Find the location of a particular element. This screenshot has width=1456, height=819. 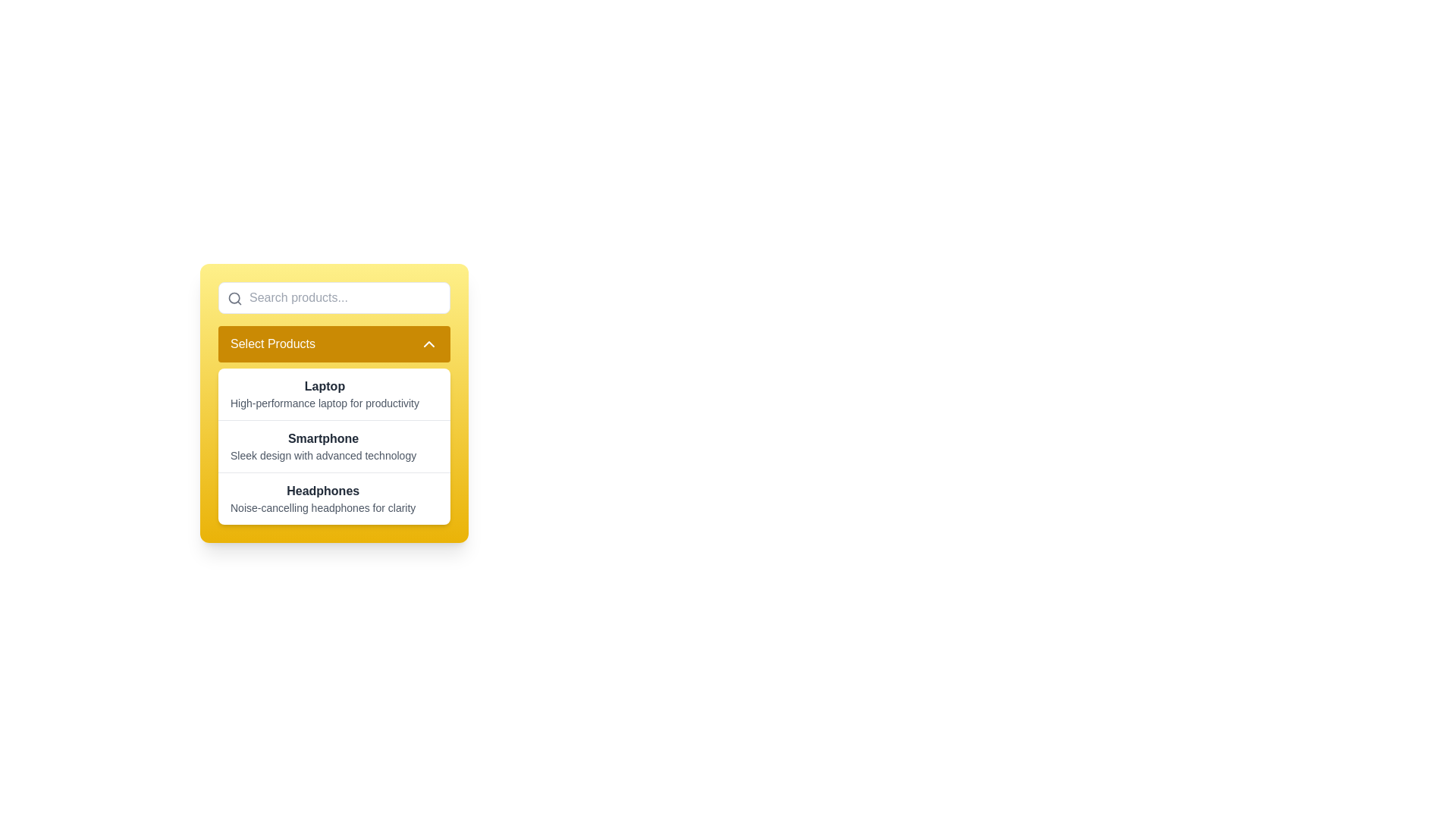

the first list item labeled 'Laptop' in the dropdown menu is located at coordinates (334, 394).